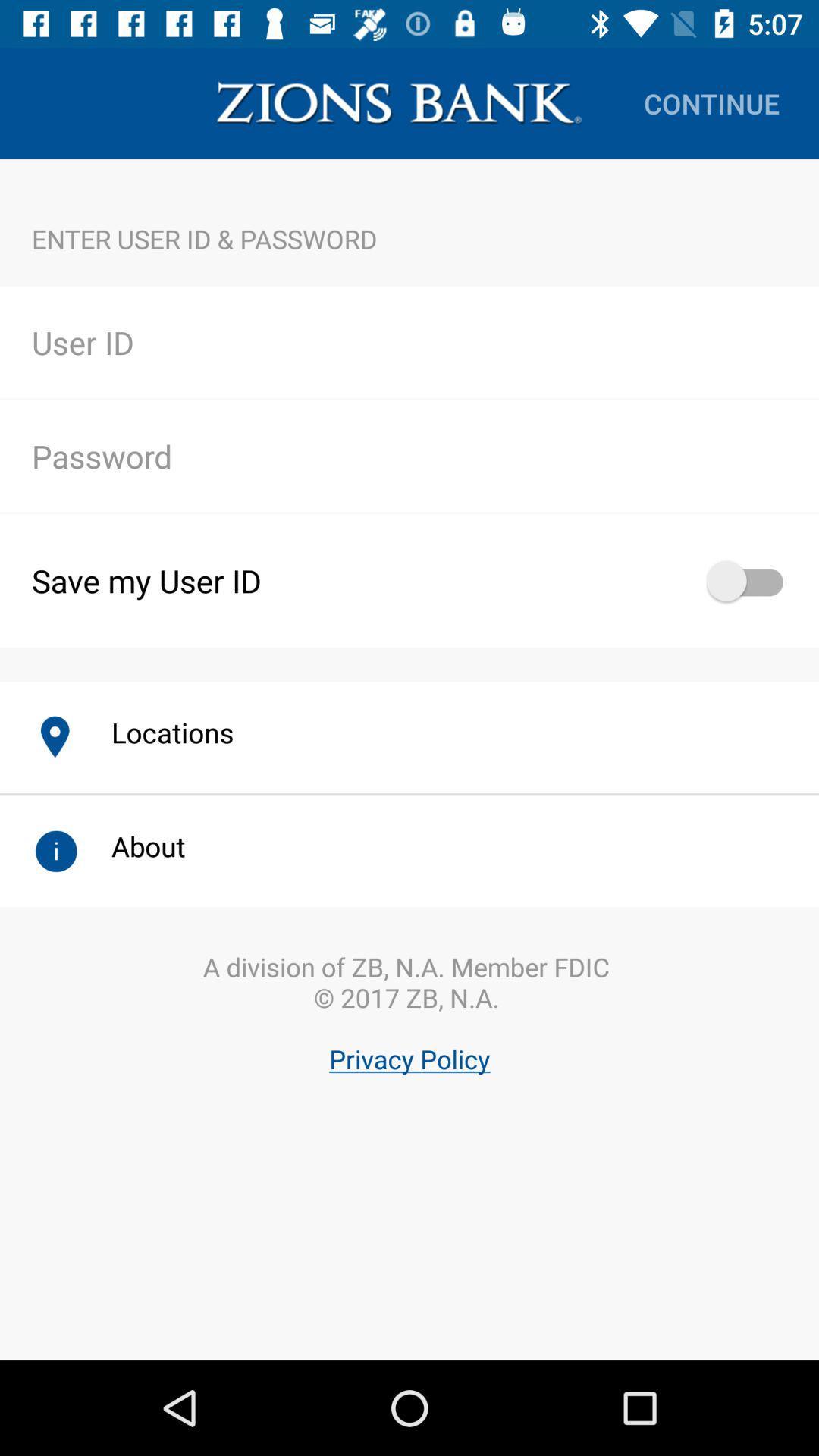  I want to click on item above the enter user id icon, so click(398, 102).